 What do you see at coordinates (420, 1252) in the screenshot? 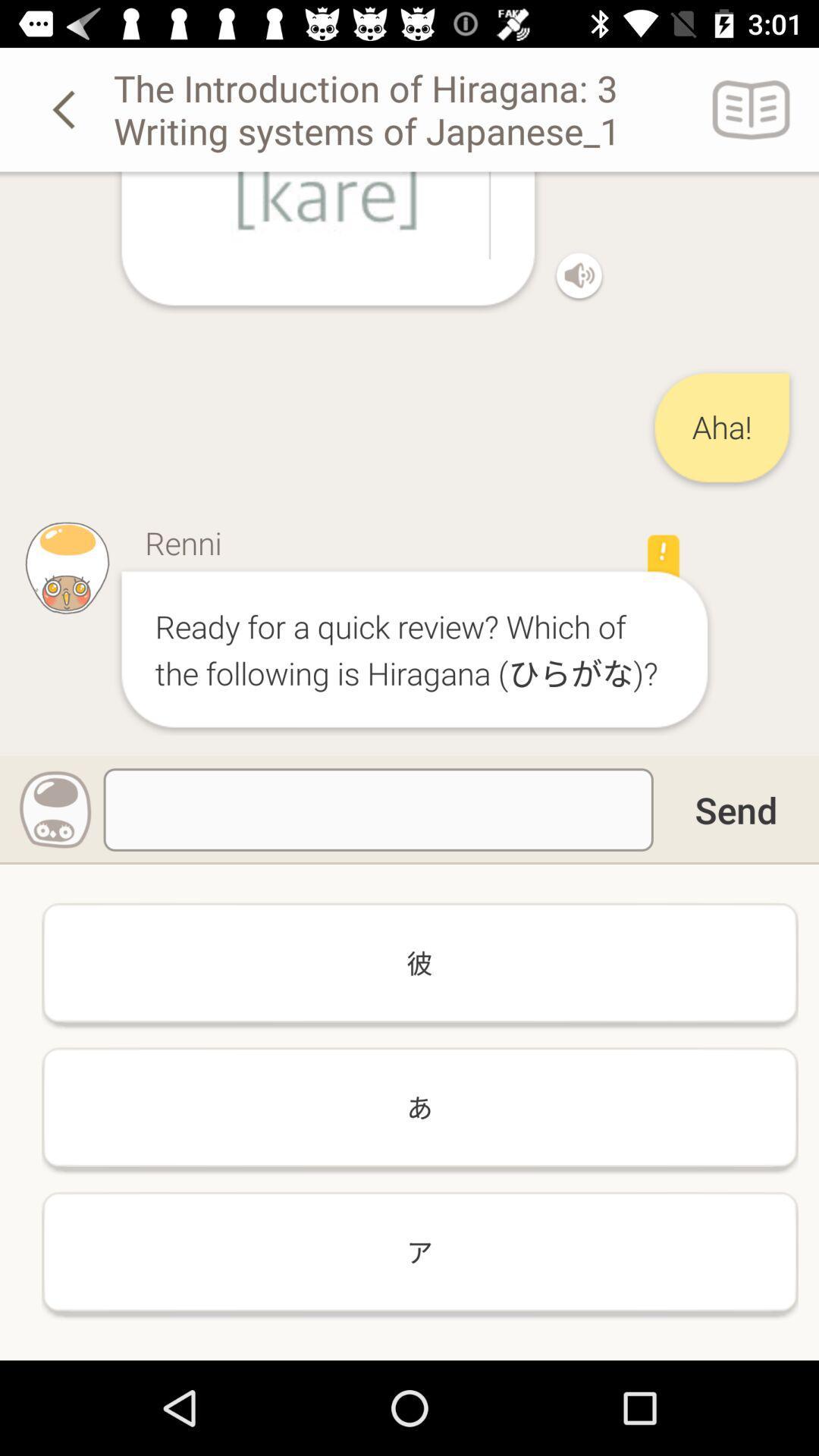
I see `the last text` at bounding box center [420, 1252].